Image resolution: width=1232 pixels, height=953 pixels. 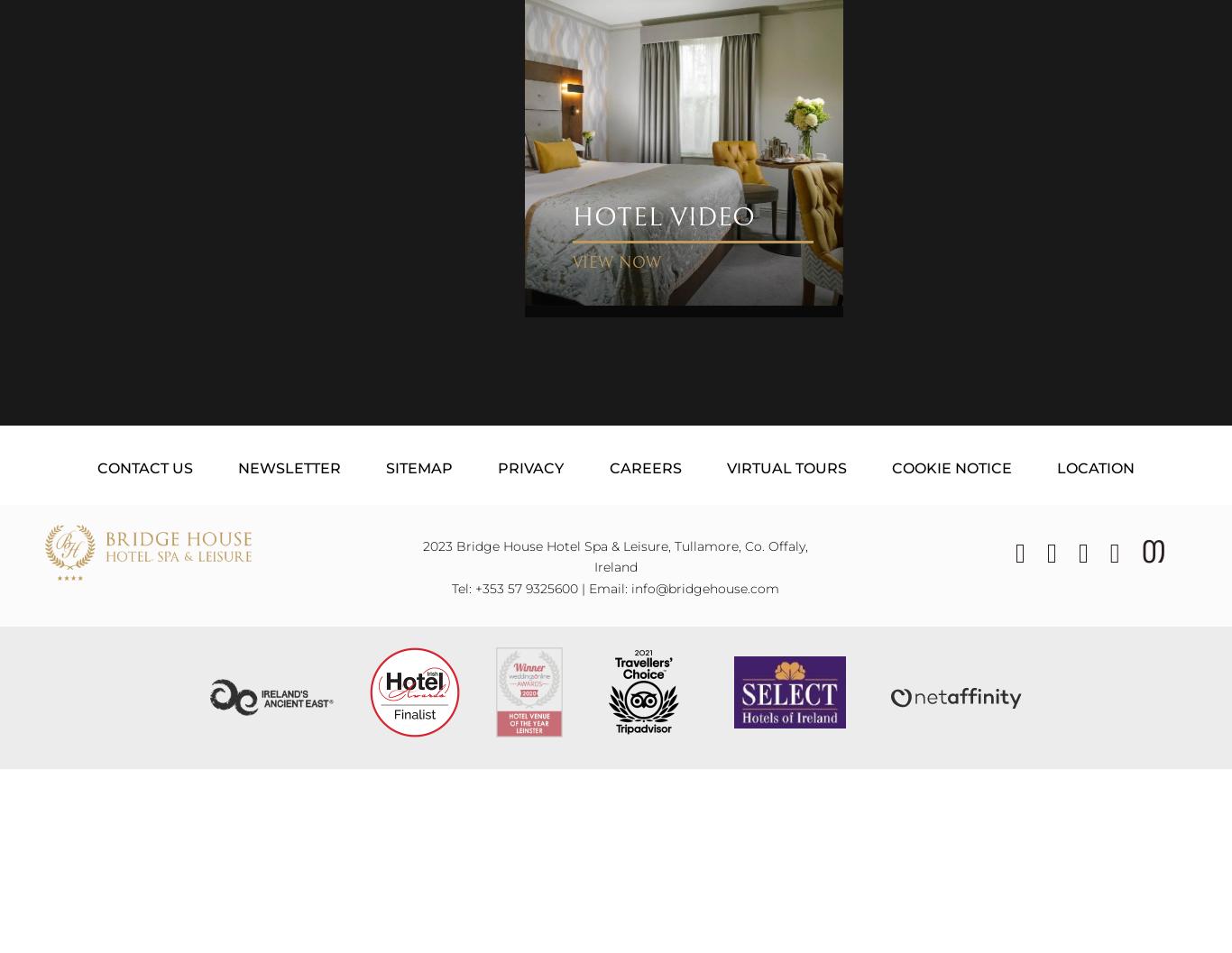 What do you see at coordinates (785, 467) in the screenshot?
I see `'Virtual Tours'` at bounding box center [785, 467].